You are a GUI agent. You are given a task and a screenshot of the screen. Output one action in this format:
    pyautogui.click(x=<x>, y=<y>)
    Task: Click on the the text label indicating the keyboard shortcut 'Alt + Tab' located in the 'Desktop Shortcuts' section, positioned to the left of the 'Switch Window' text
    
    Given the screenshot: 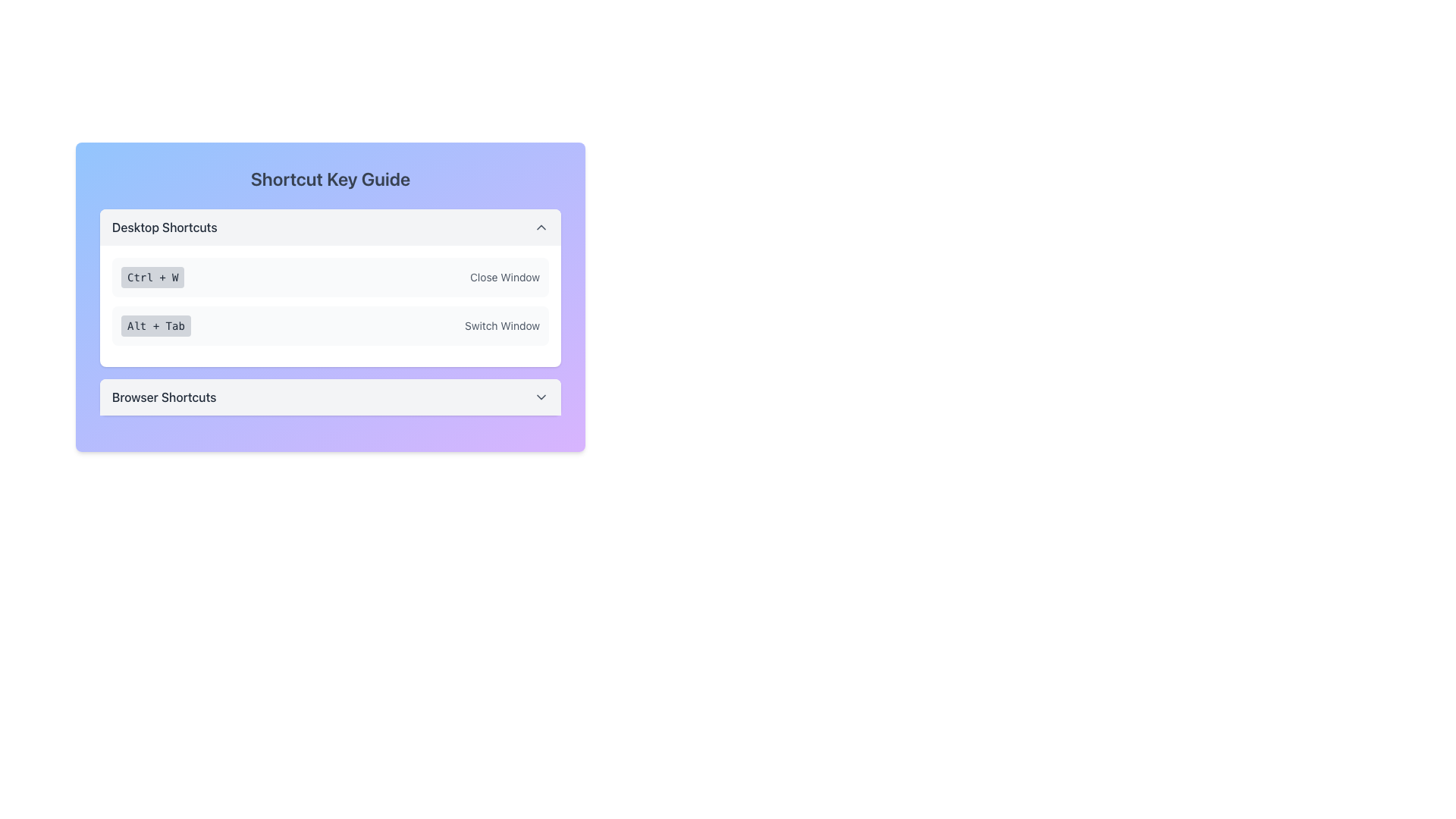 What is the action you would take?
    pyautogui.click(x=156, y=325)
    